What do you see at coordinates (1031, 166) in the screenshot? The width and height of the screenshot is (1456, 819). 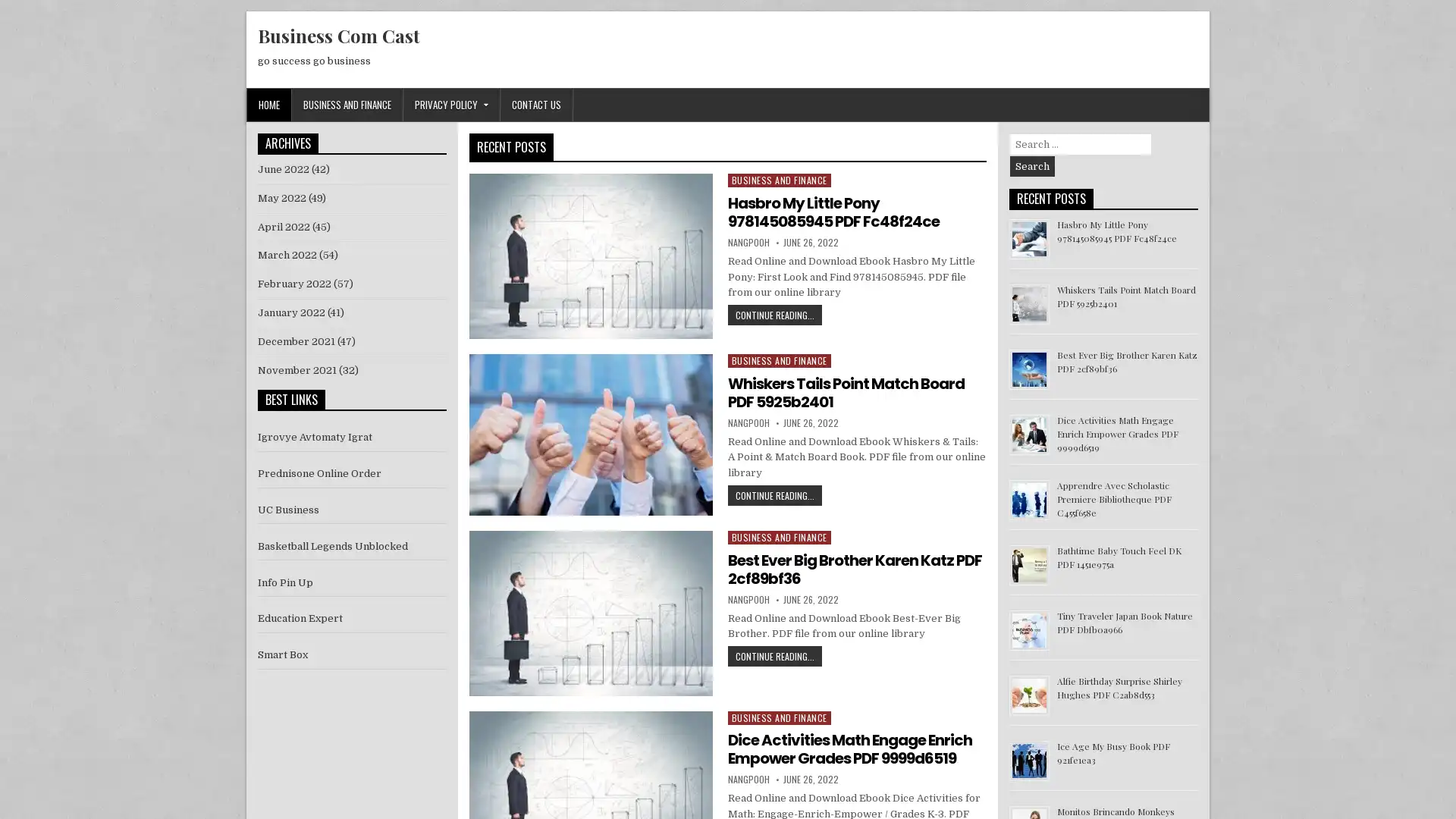 I see `Search` at bounding box center [1031, 166].